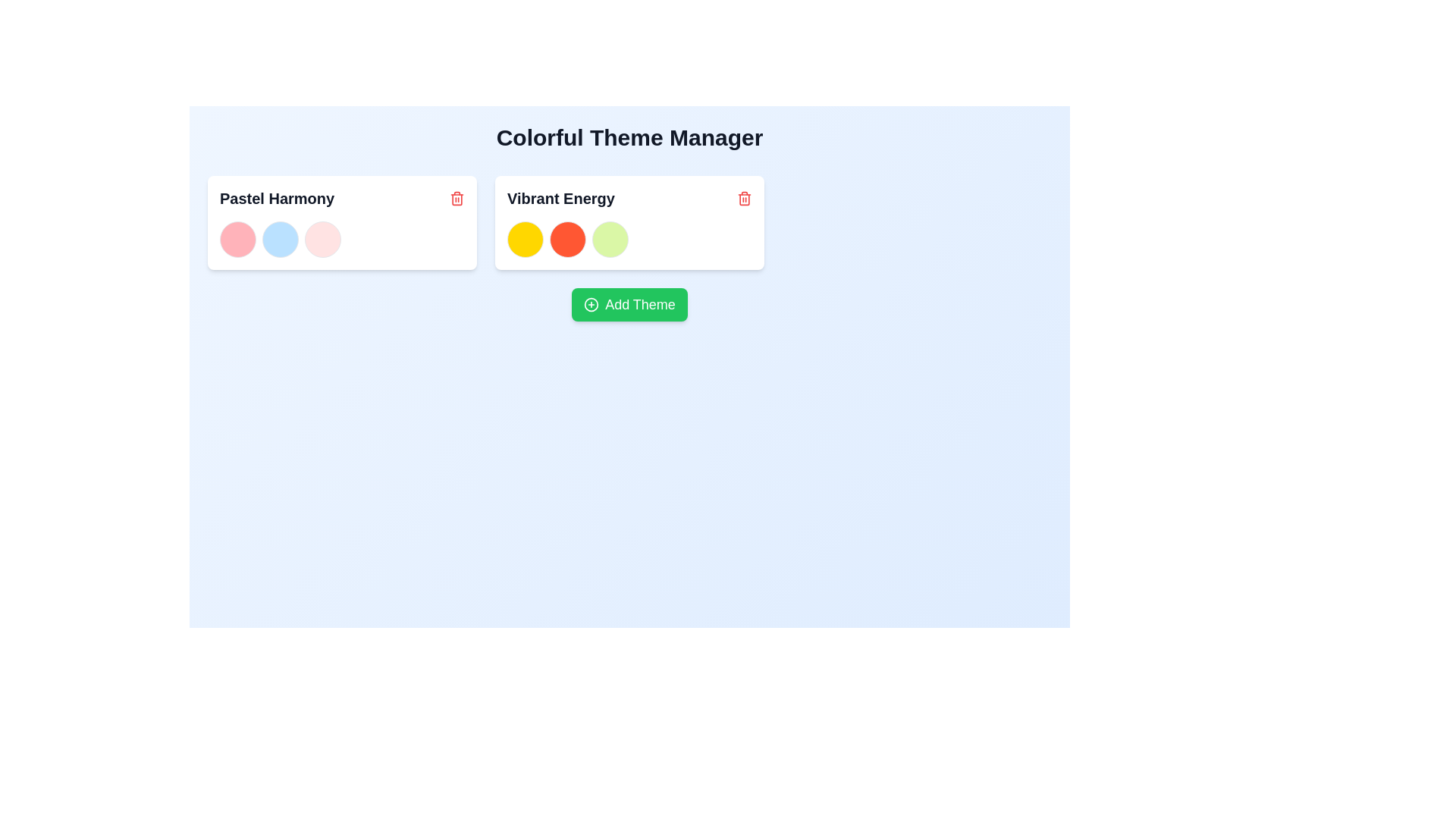 This screenshot has height=819, width=1456. Describe the element at coordinates (322, 239) in the screenshot. I see `the light pink circular color swatch located within the 'Pastel Harmony' card, which is the third circle from the left in a row of three circles` at that location.